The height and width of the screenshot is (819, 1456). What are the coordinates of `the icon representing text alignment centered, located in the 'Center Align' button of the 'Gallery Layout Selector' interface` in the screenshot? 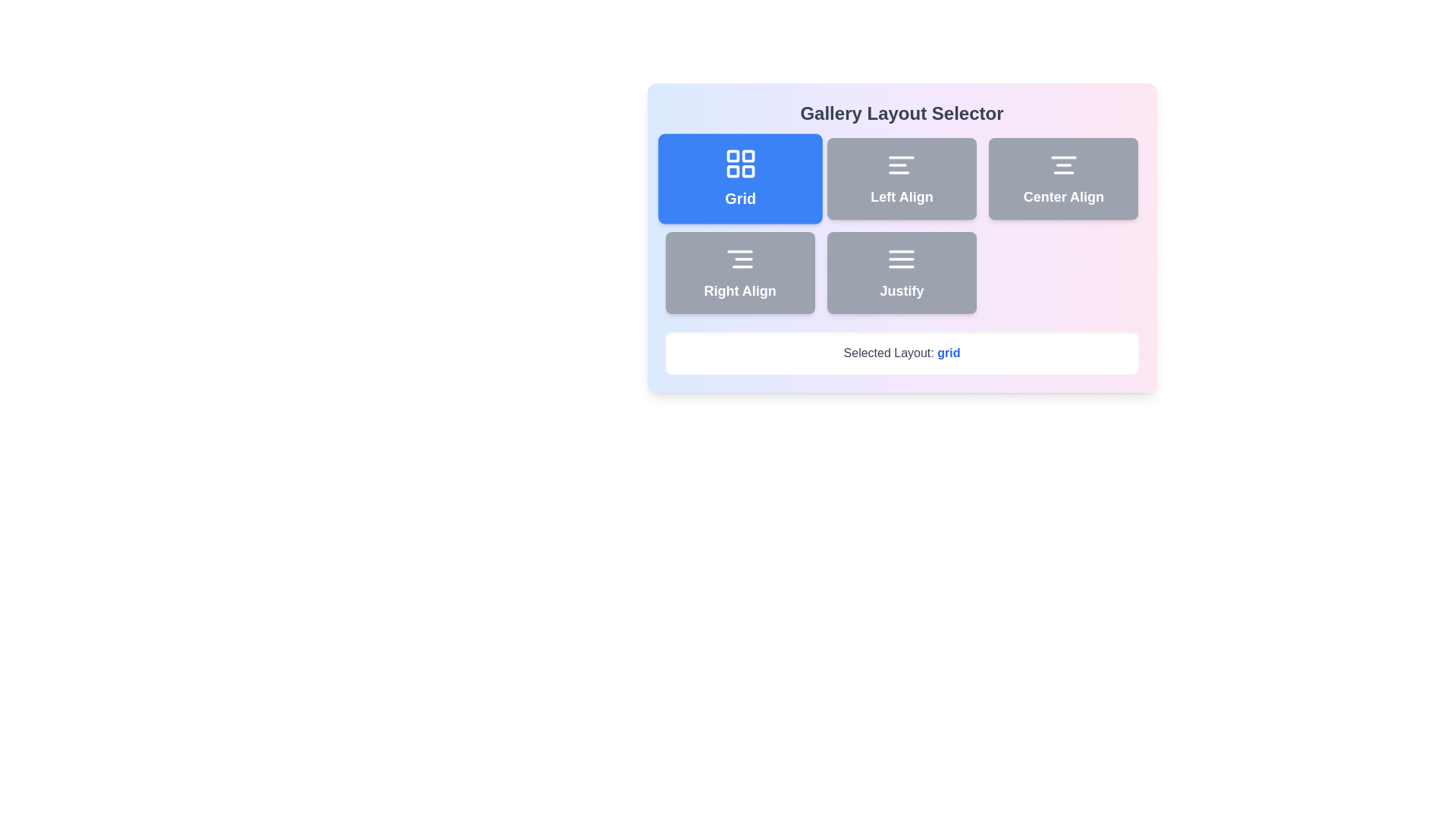 It's located at (1062, 165).